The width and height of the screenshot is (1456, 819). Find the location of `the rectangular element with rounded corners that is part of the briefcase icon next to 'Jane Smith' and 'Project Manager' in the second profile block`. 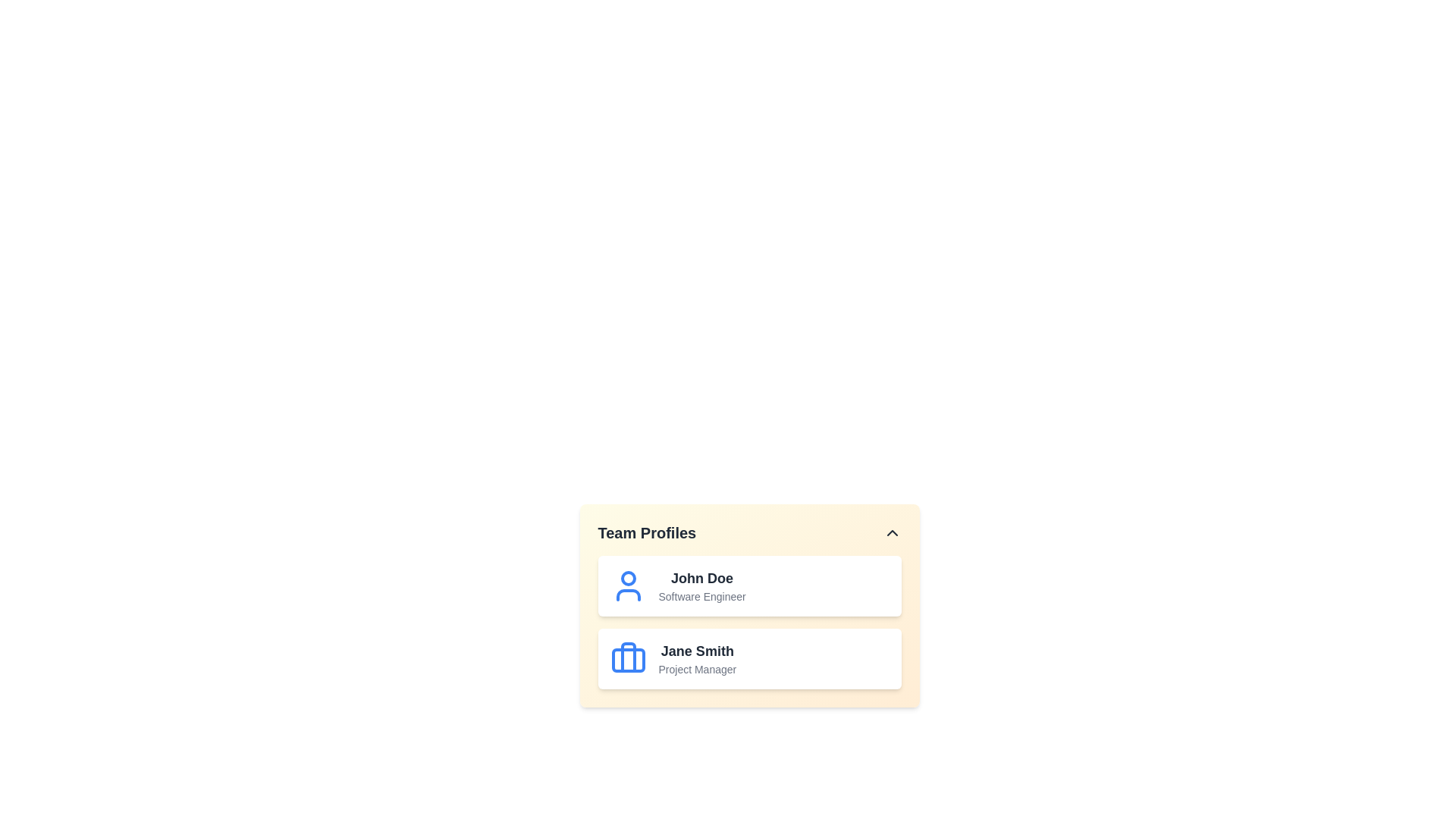

the rectangular element with rounded corners that is part of the briefcase icon next to 'Jane Smith' and 'Project Manager' in the second profile block is located at coordinates (628, 660).